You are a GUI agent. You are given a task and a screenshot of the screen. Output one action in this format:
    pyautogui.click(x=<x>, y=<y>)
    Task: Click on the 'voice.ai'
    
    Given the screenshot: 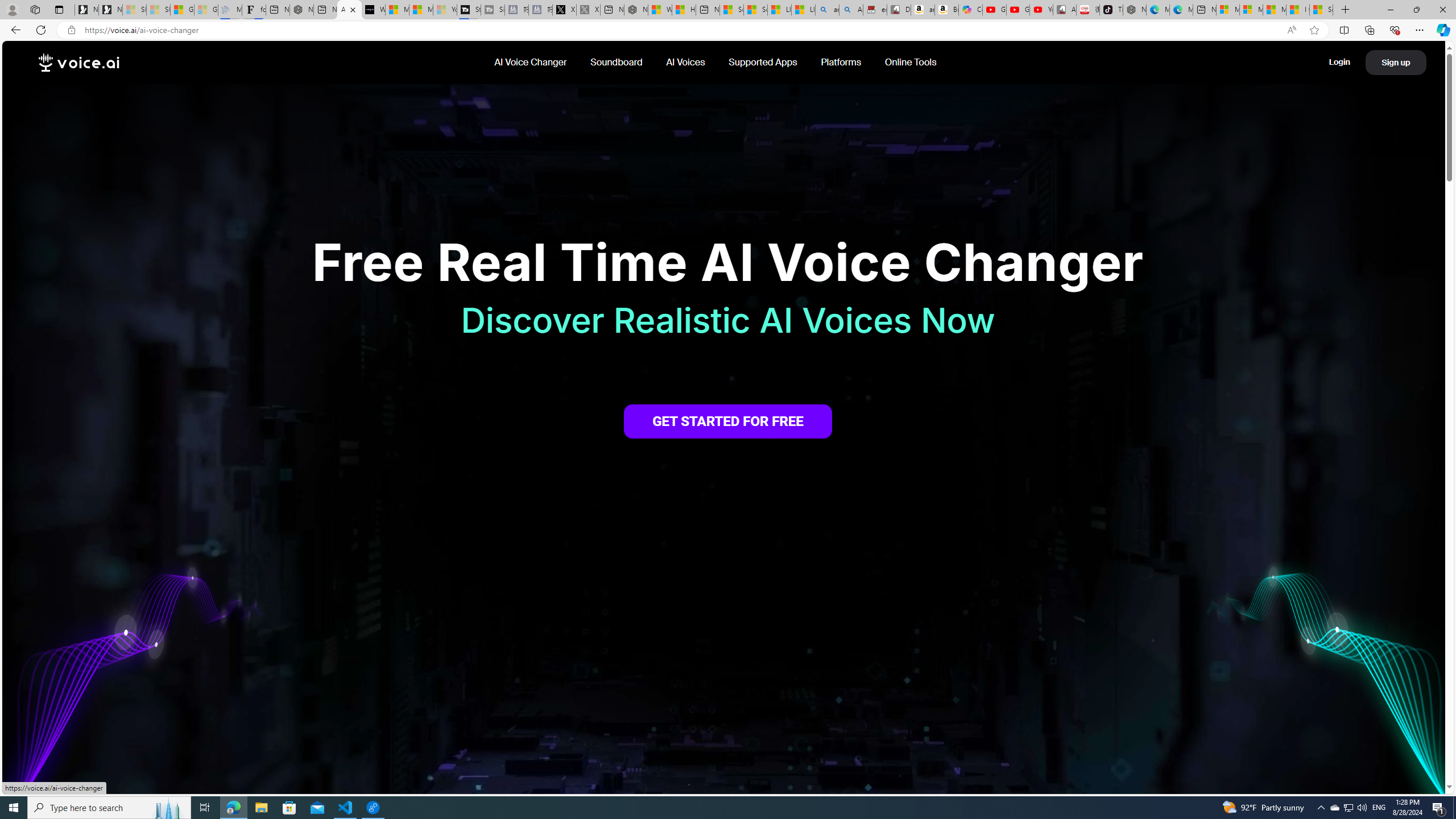 What is the action you would take?
    pyautogui.click(x=78, y=63)
    